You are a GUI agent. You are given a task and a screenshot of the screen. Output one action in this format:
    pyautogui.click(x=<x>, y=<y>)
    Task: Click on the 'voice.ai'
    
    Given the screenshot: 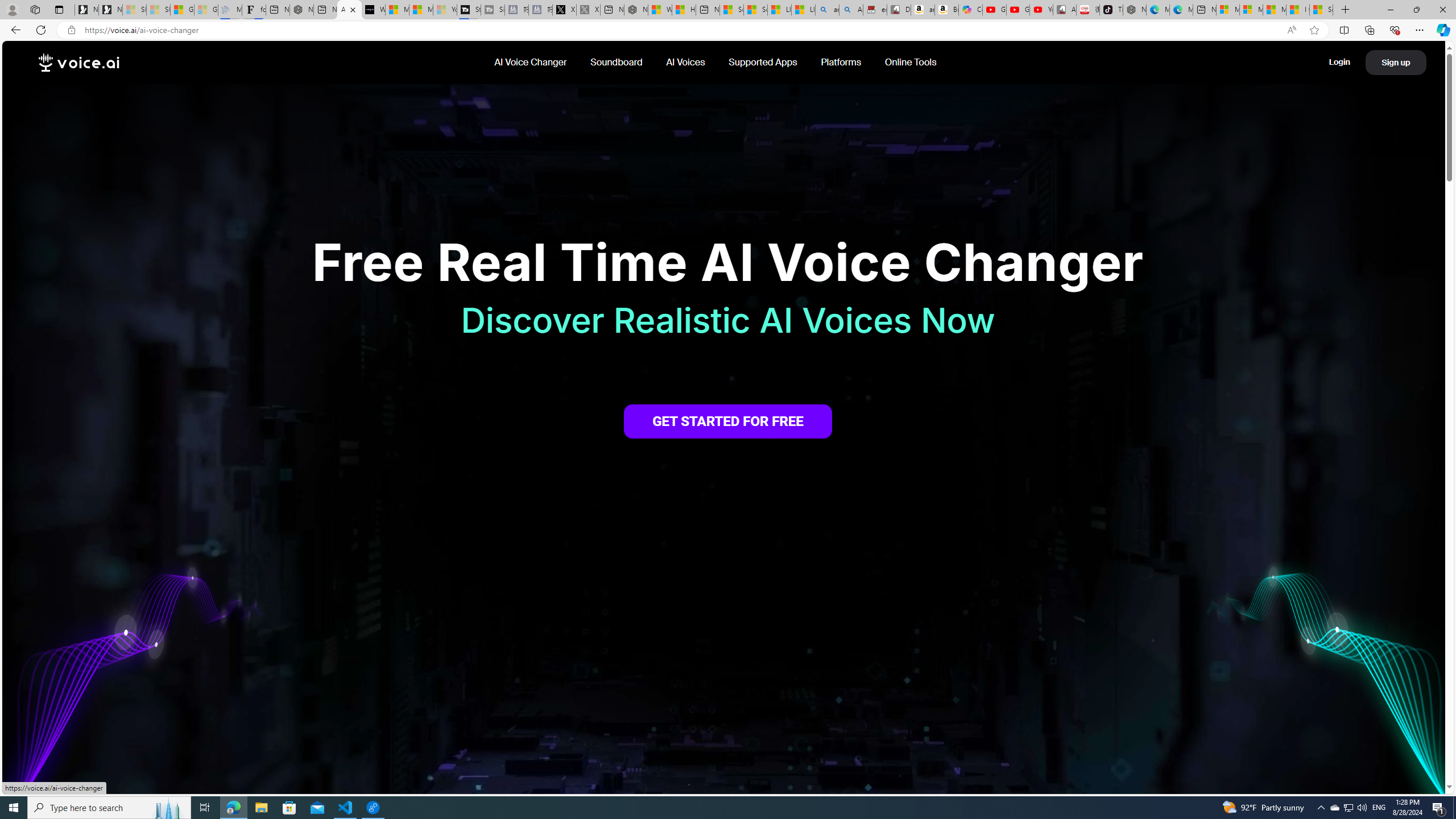 What is the action you would take?
    pyautogui.click(x=78, y=63)
    